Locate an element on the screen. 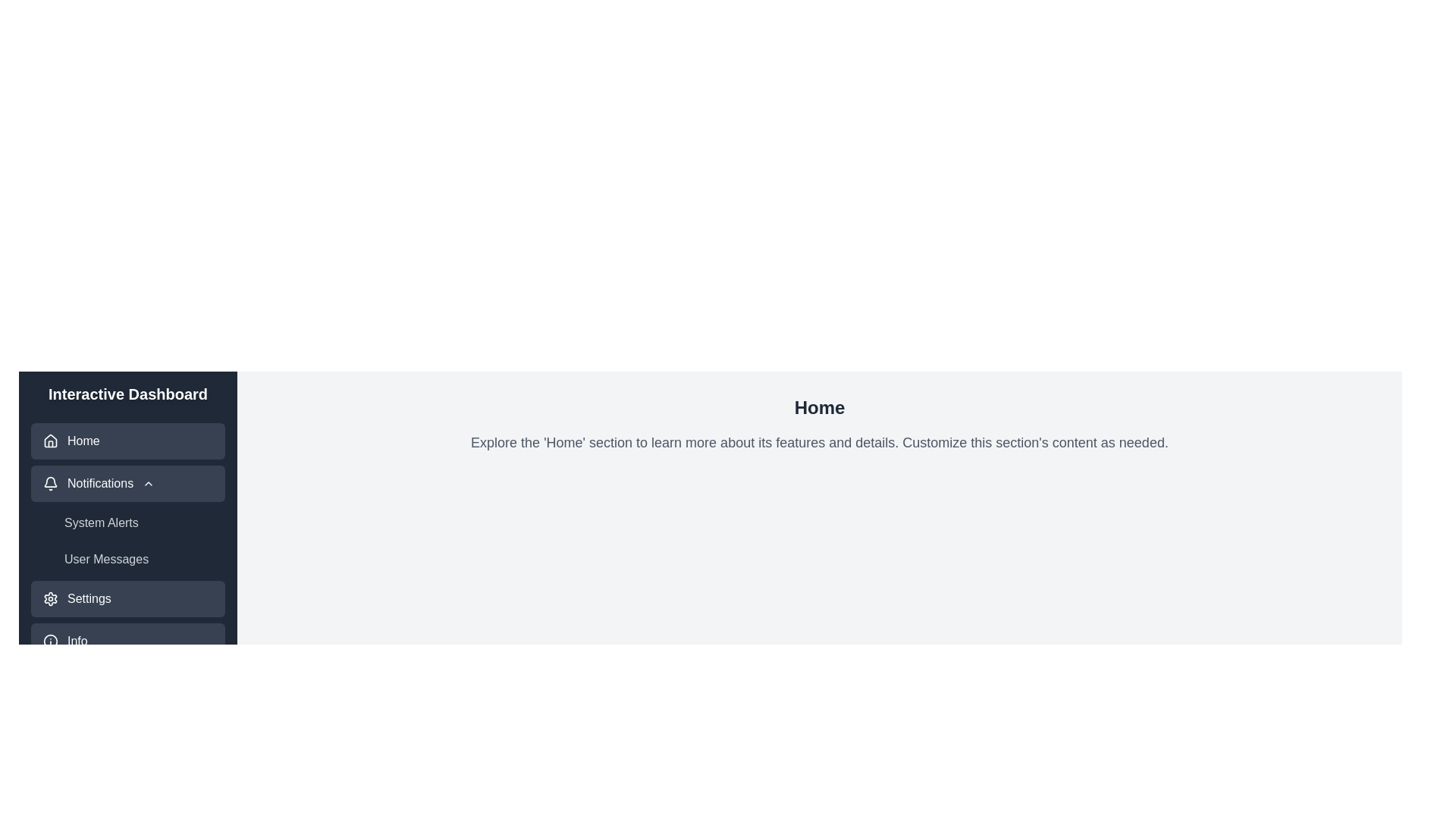  the navigation button associated with the text label indicating the purpose of directing users to informational content or a help page, located beneath the 'Settings' option in the vertical navigation menu is located at coordinates (77, 641).